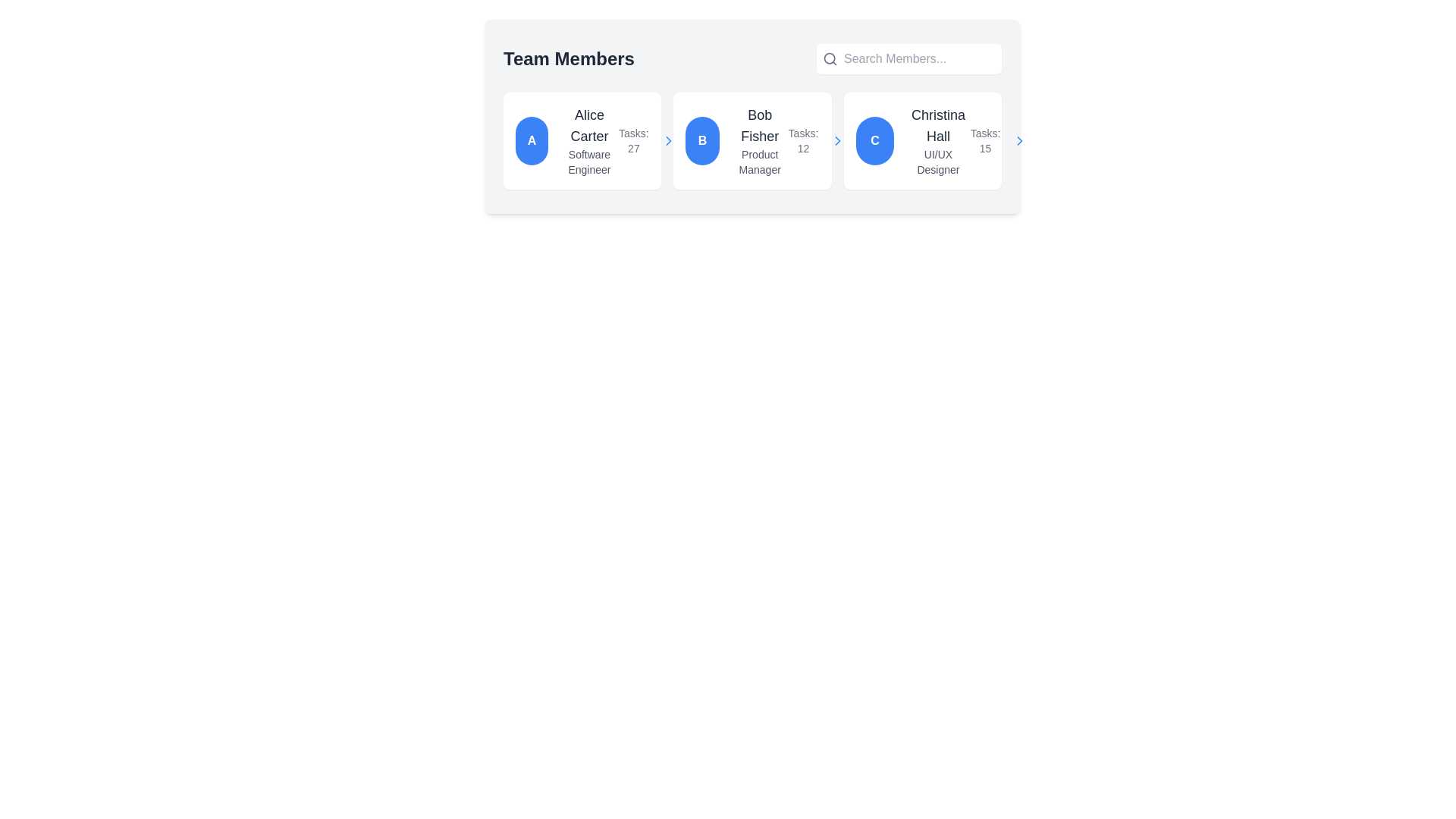  Describe the element at coordinates (760, 140) in the screenshot. I see `displayed text of the textual display block showcasing structured information for 'Bob Fisher', Product Manager, located within the second card labeled 'B'` at that location.